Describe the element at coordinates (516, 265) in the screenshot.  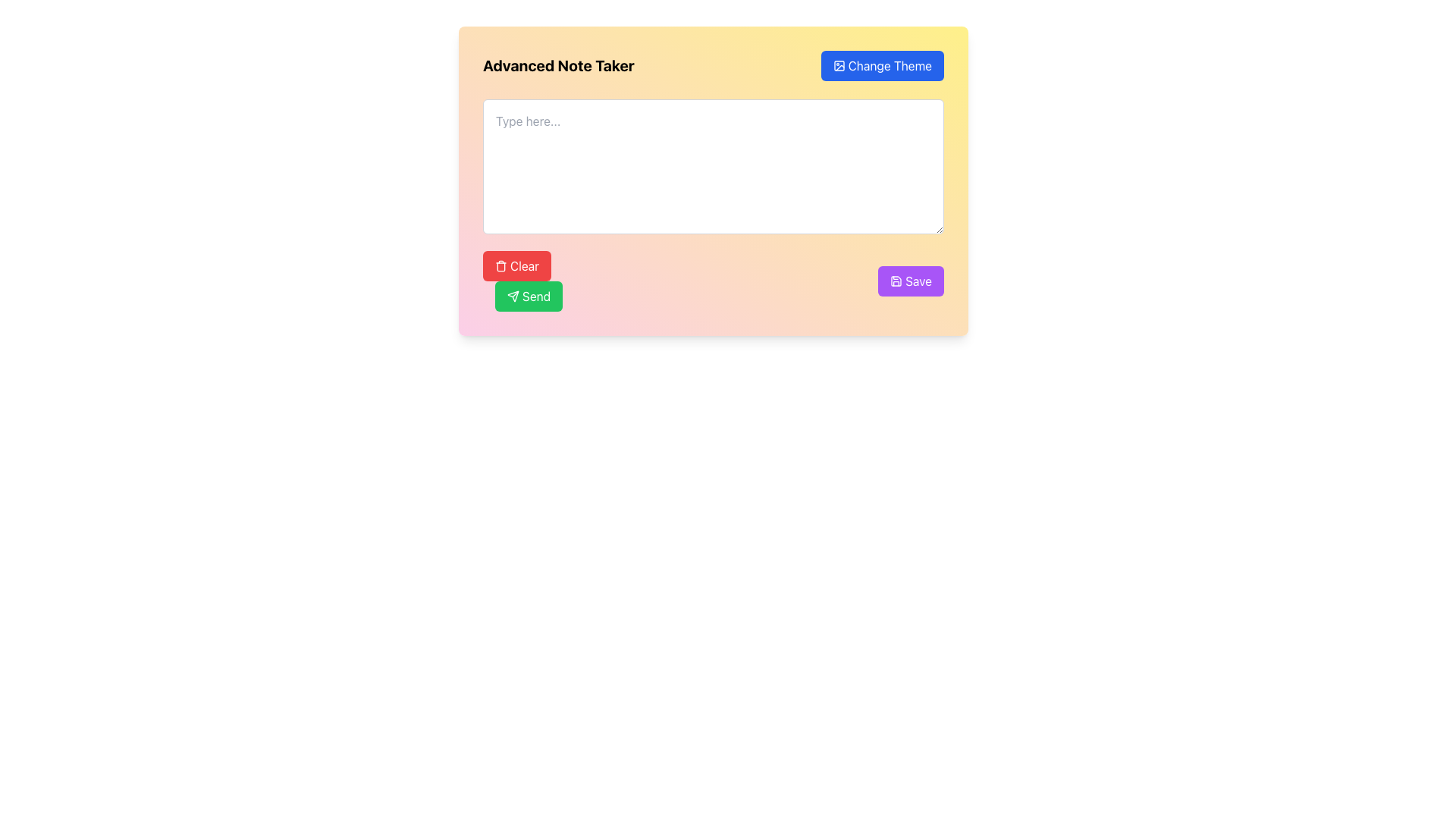
I see `the 'Clear' button with a red background and white text, located below the text input field and to the left of the green 'Send' button` at that location.